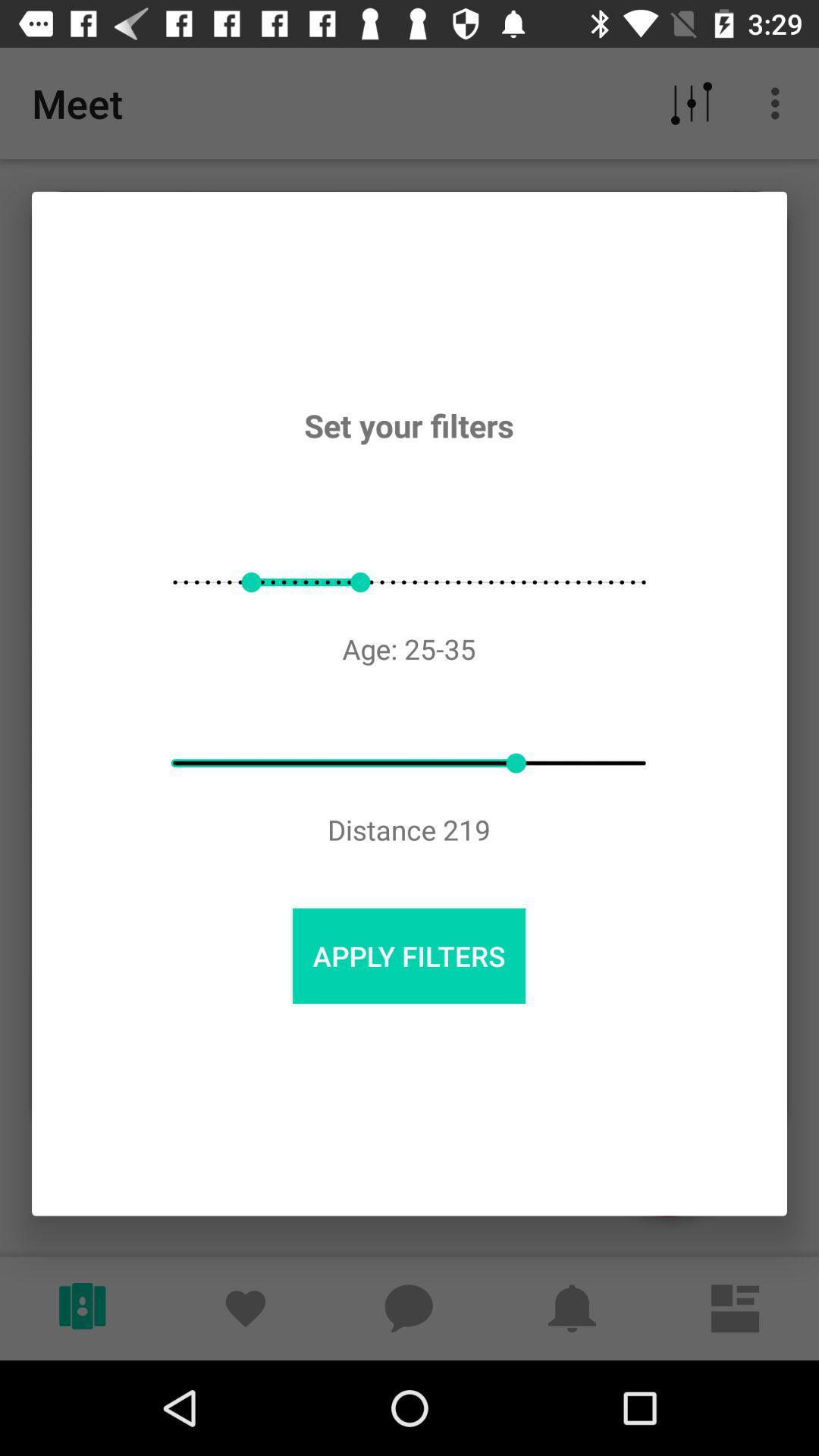 The height and width of the screenshot is (1456, 819). I want to click on the apply filters item, so click(408, 955).